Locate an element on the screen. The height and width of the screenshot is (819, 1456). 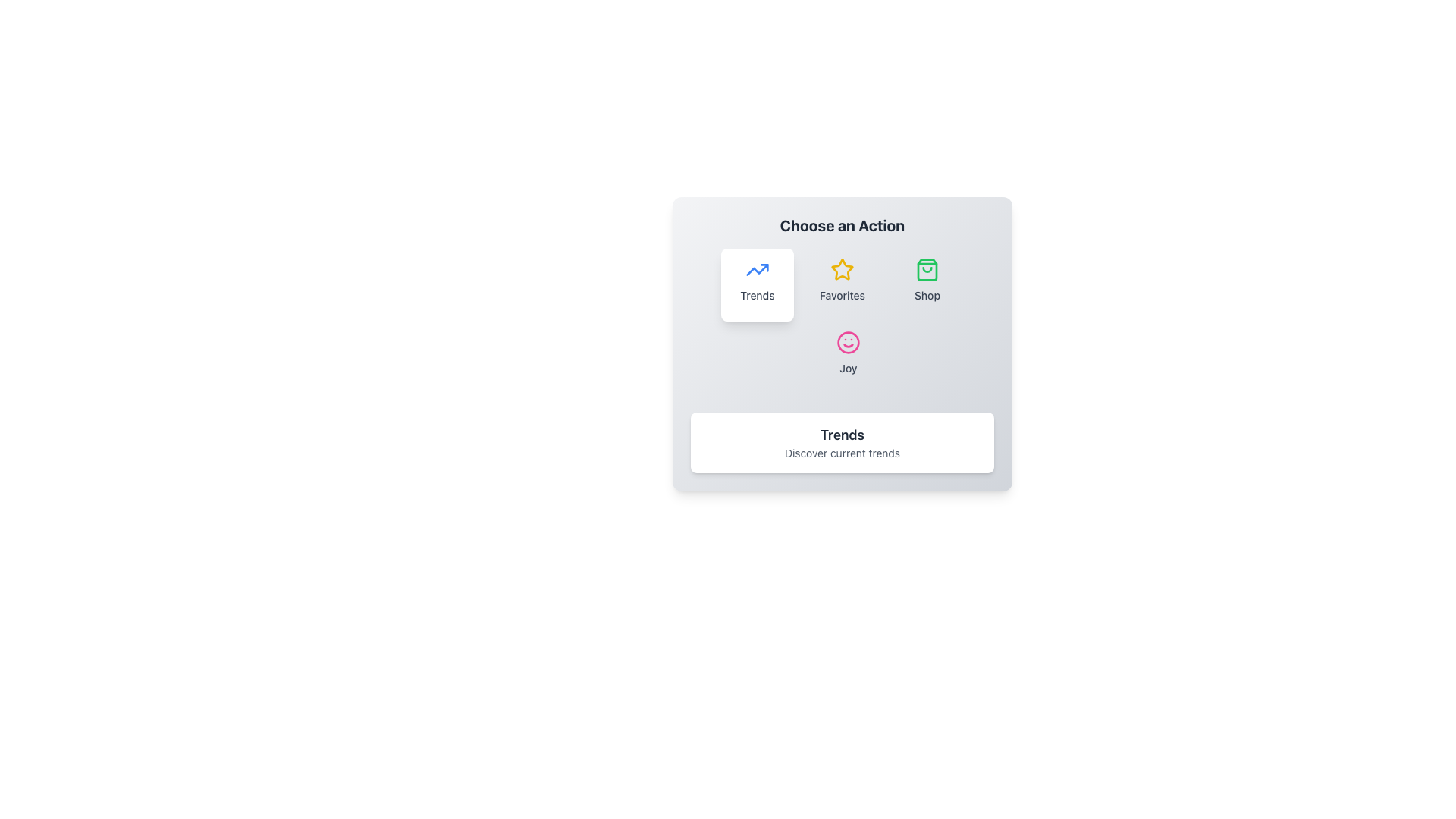
the 'Shop' text label that is displayed in a medium-sized sans-serif font and appears in gray color, located below the green shopping bag icon in the grid layout is located at coordinates (927, 295).